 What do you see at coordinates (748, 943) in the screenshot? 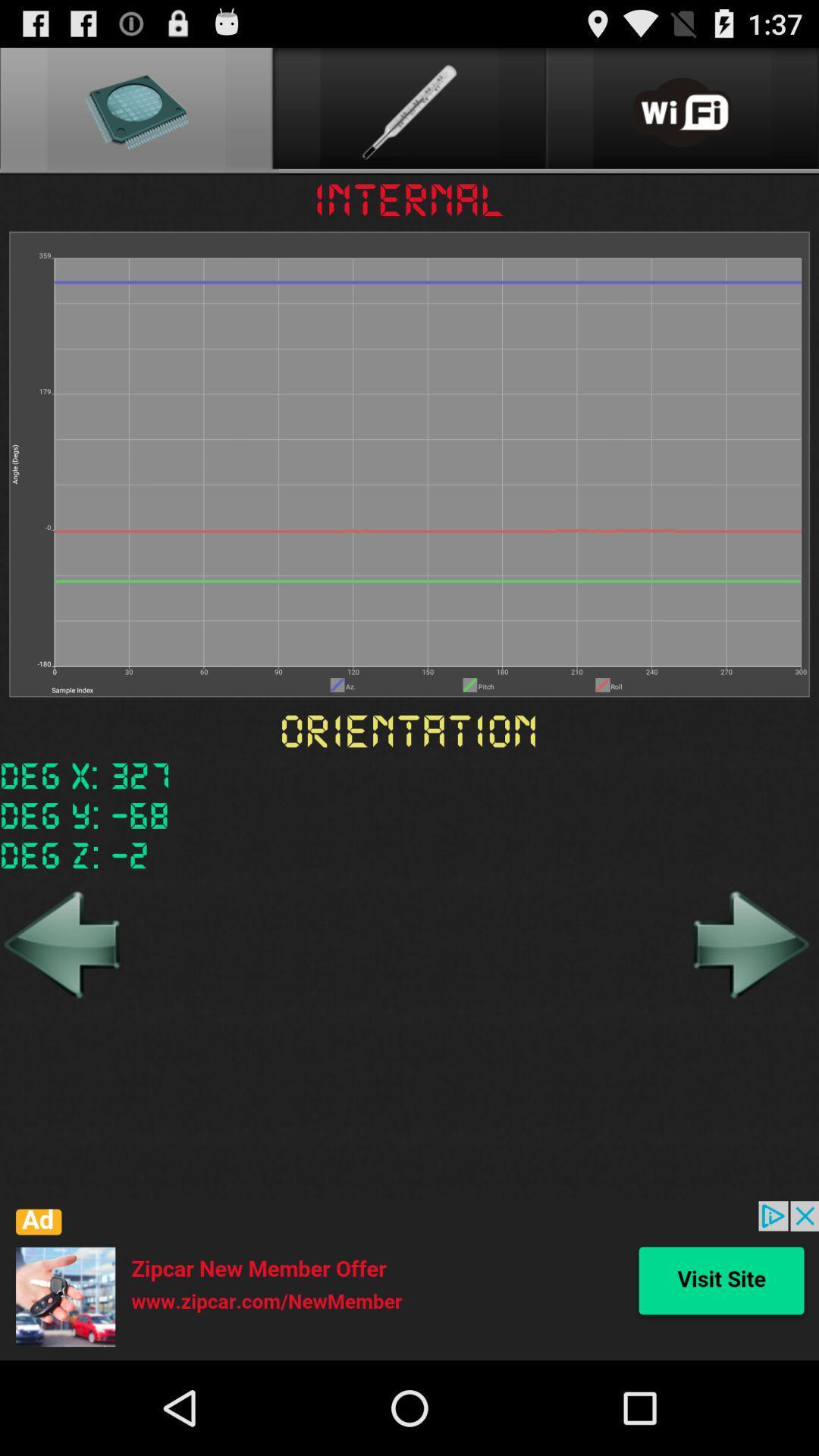
I see `forward` at bounding box center [748, 943].